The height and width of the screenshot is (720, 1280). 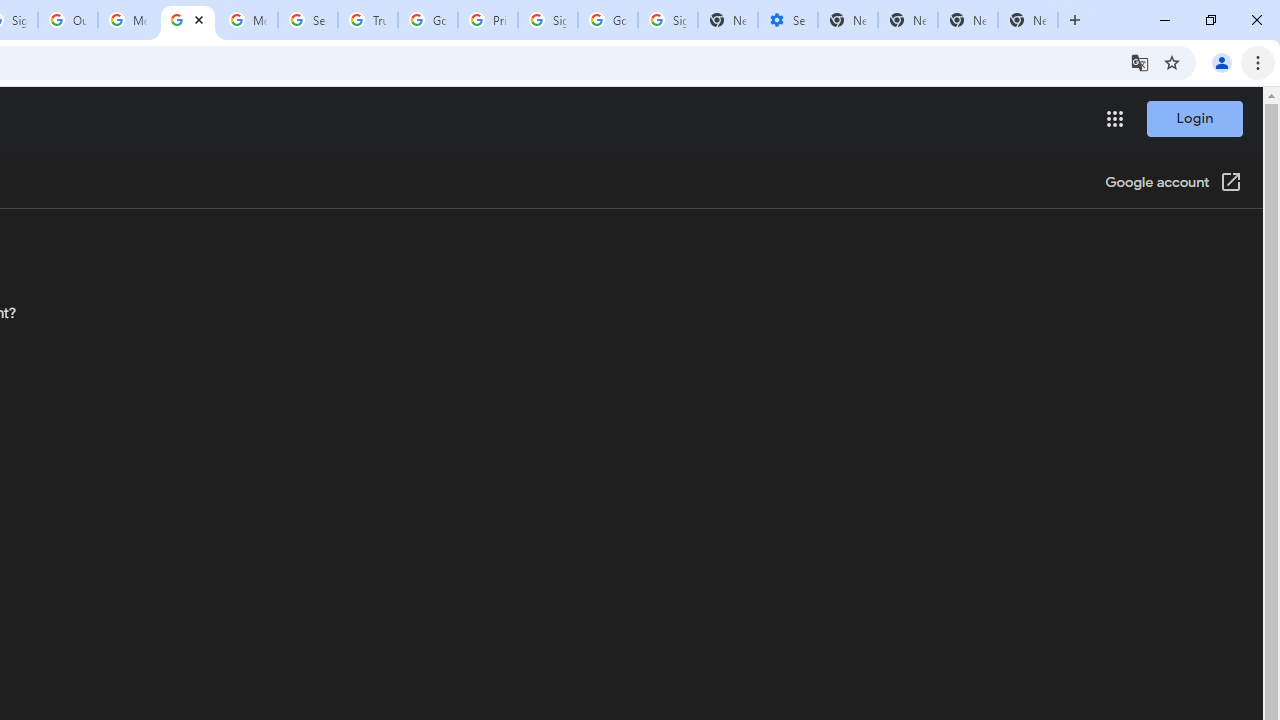 I want to click on 'Google Account (Opens in new window)', so click(x=1173, y=183).